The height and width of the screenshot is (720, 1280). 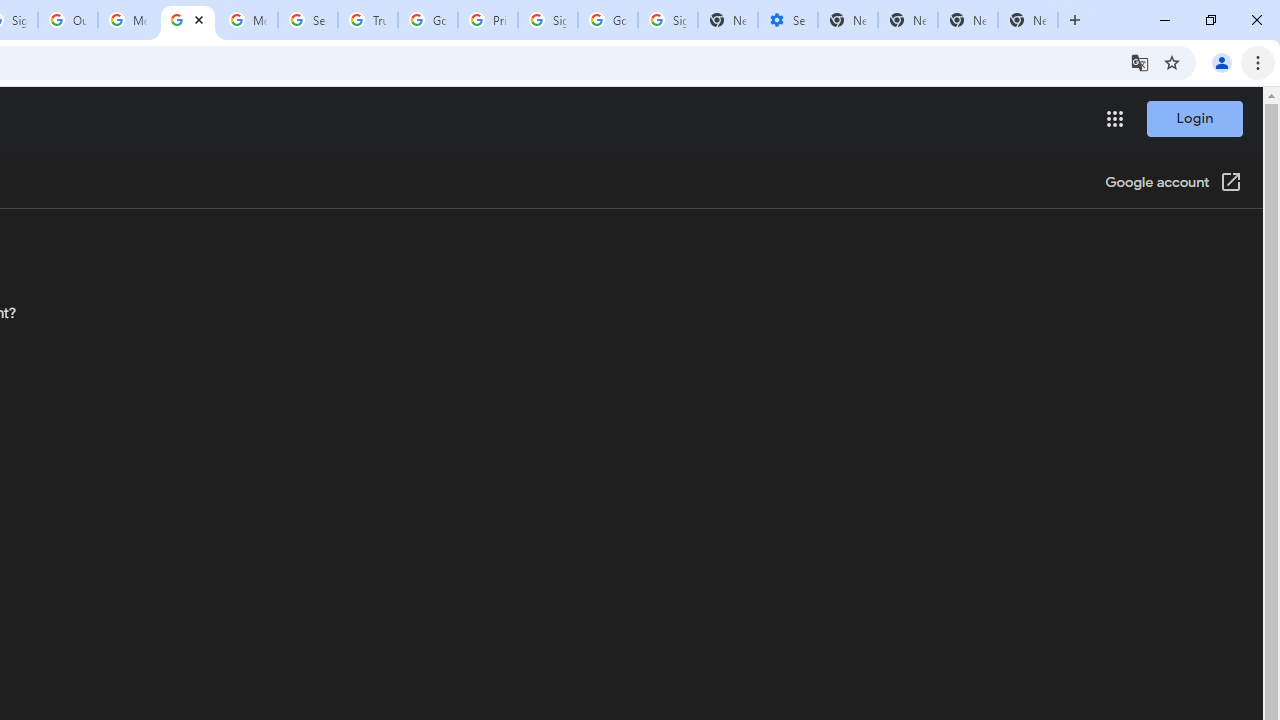 I want to click on 'Google Account (Opens in new window)', so click(x=1173, y=183).